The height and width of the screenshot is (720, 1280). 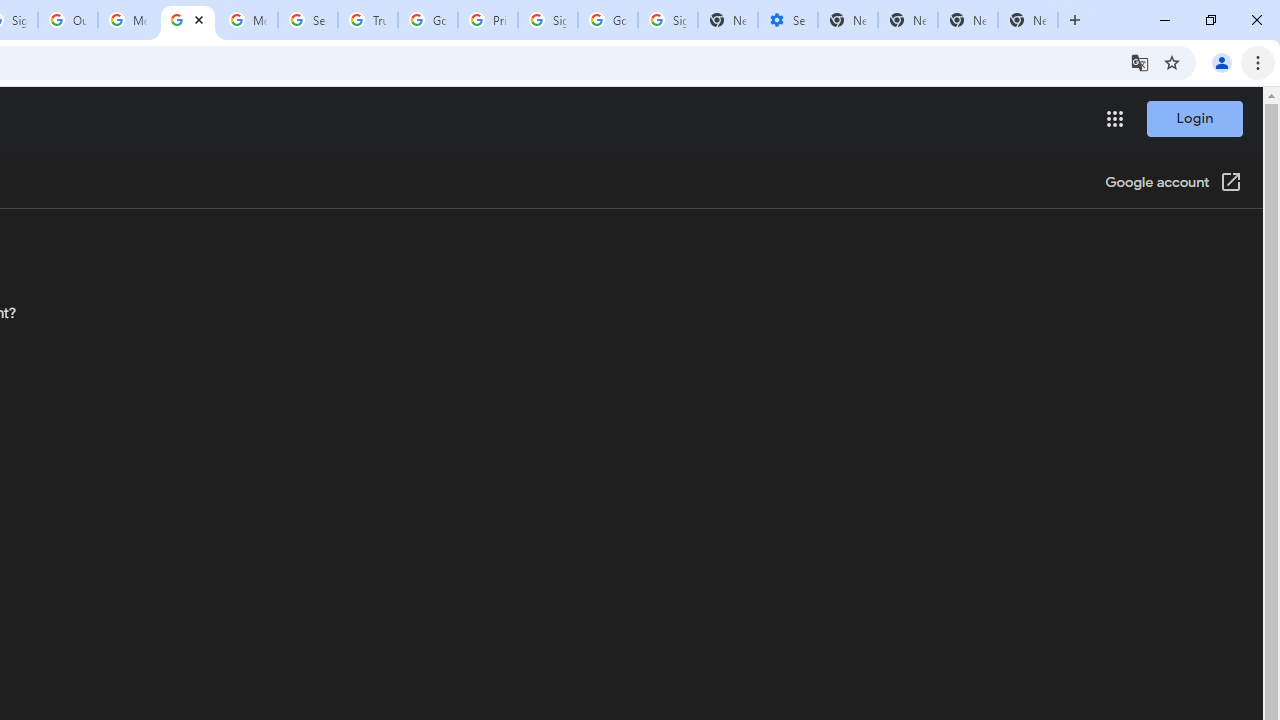 I want to click on 'Google Account (Opens in new window)', so click(x=1173, y=183).